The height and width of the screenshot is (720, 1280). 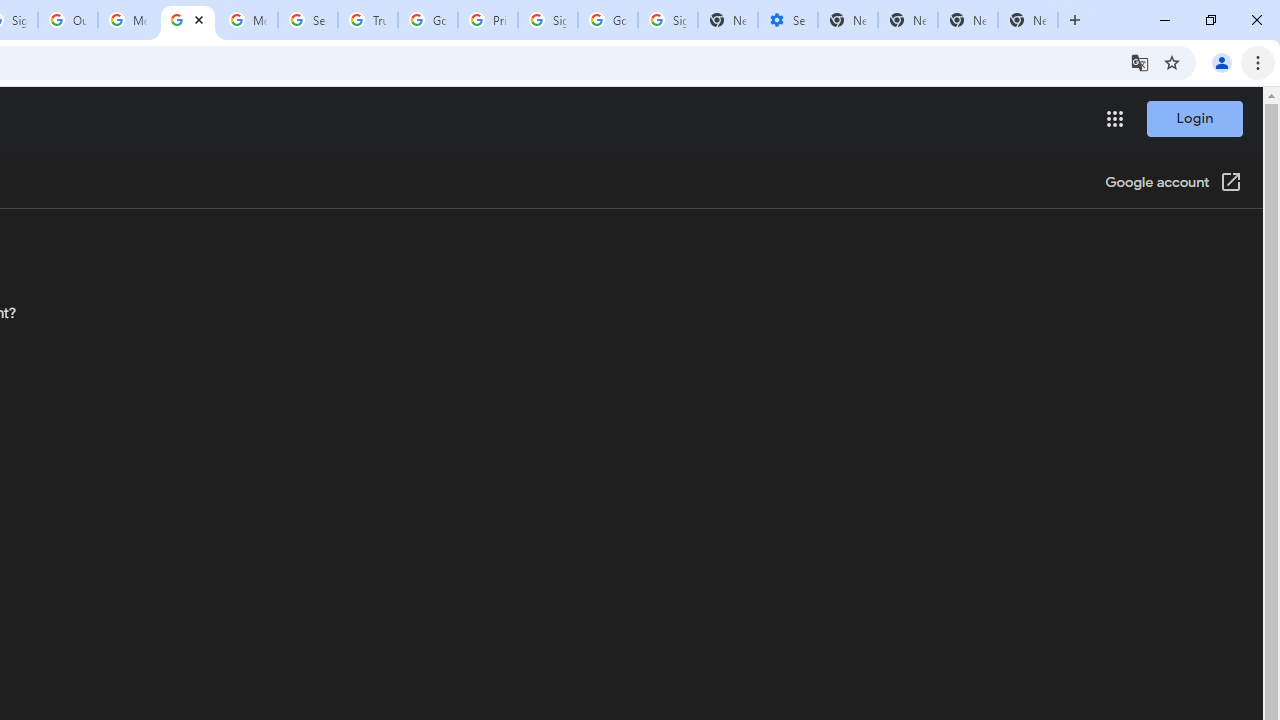 I want to click on 'Google Account (Opens in new window)', so click(x=1173, y=183).